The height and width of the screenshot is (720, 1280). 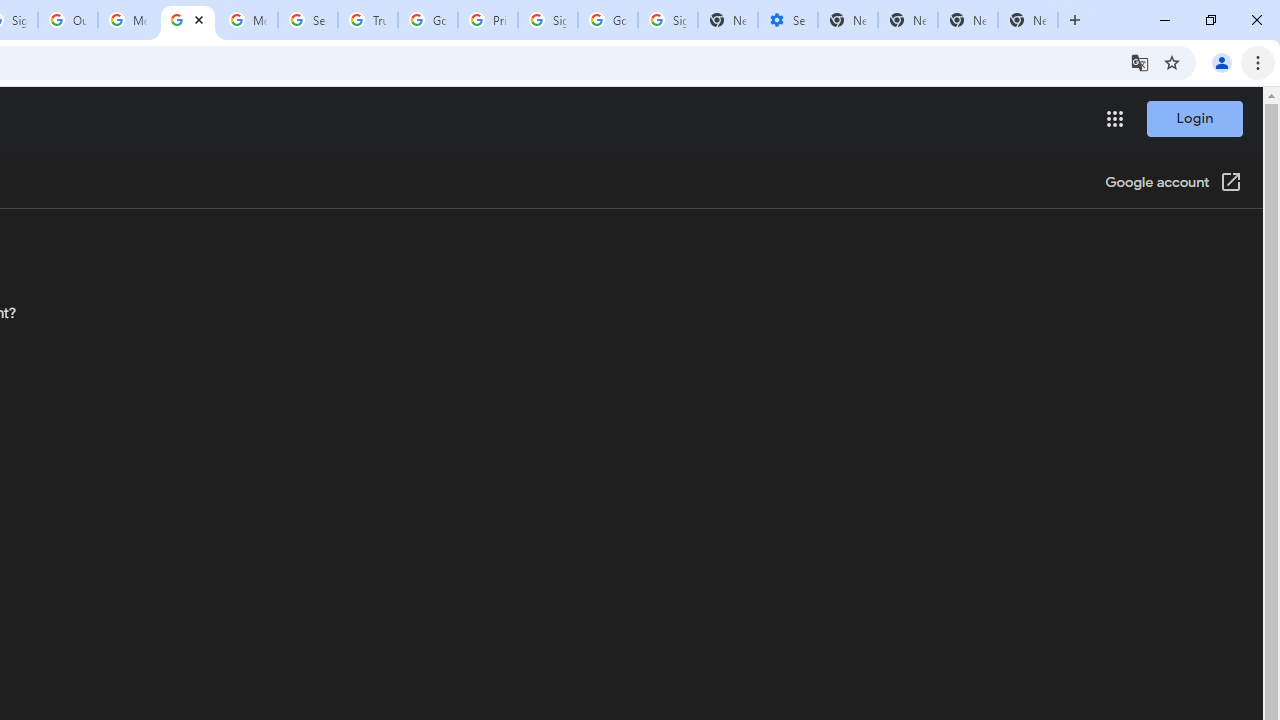 I want to click on 'Google Account (Opens in new window)', so click(x=1173, y=183).